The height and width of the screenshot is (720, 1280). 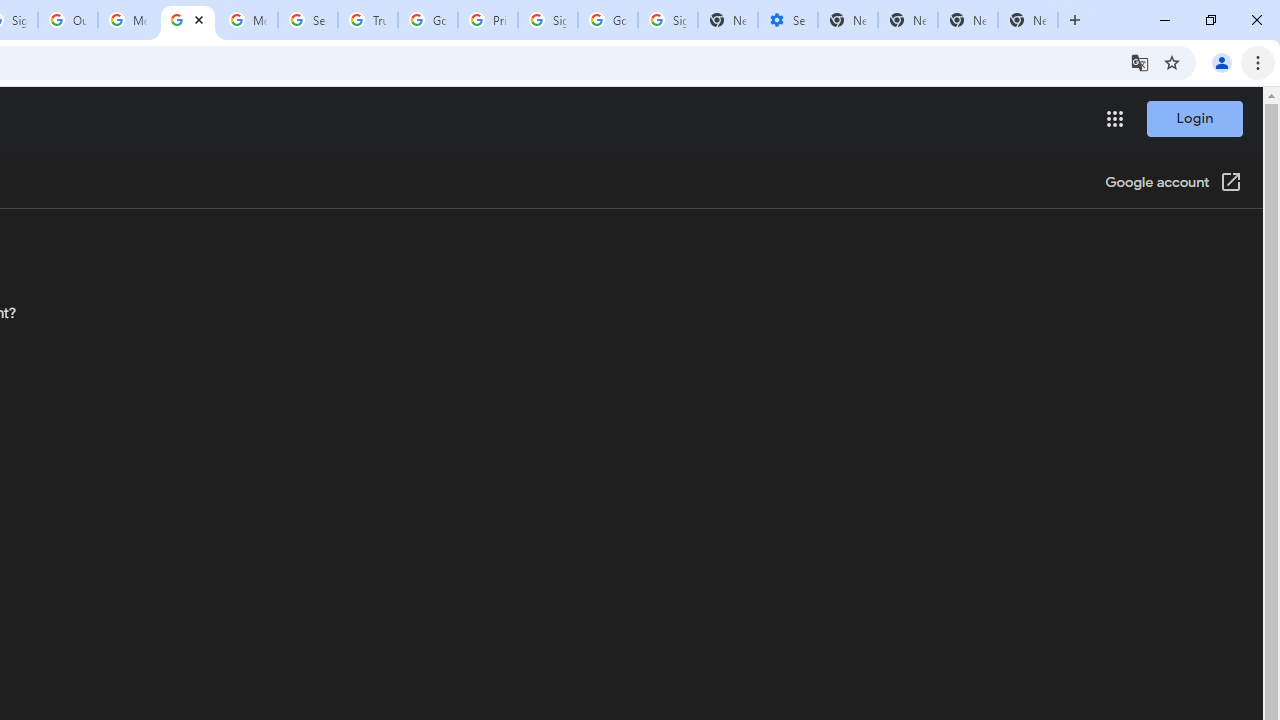 I want to click on 'Google Account (Opens in new window)', so click(x=1173, y=183).